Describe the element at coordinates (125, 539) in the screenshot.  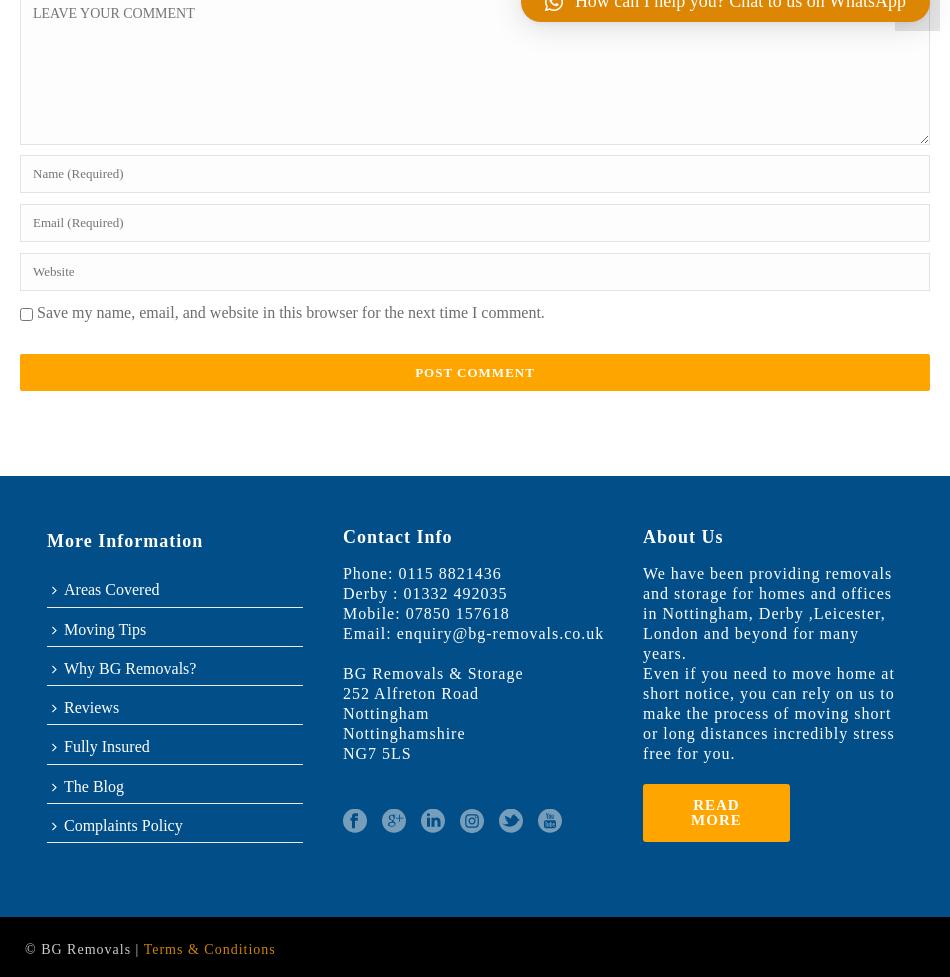
I see `'More Information'` at that location.